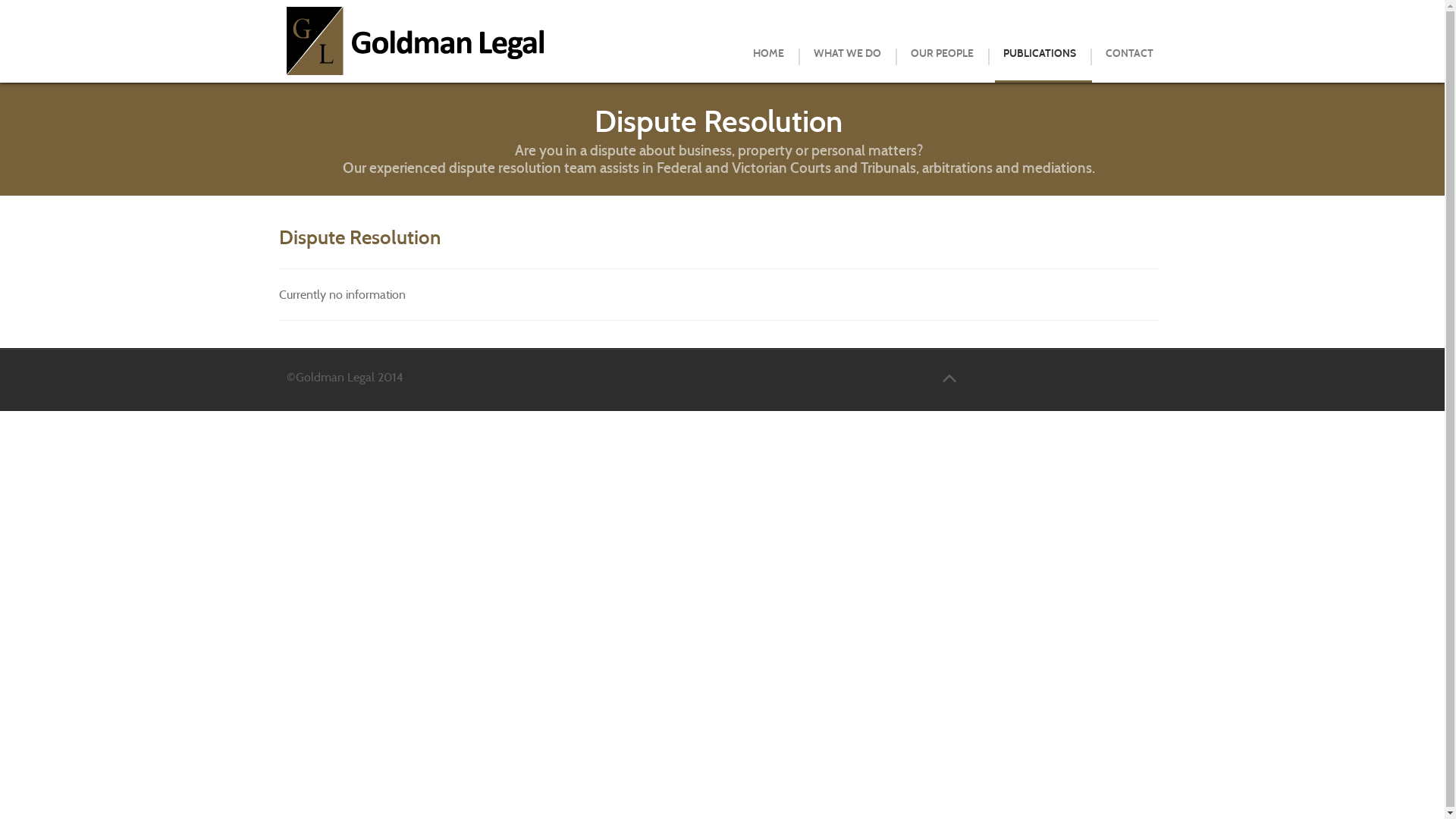  What do you see at coordinates (1129, 52) in the screenshot?
I see `'CONTACT'` at bounding box center [1129, 52].